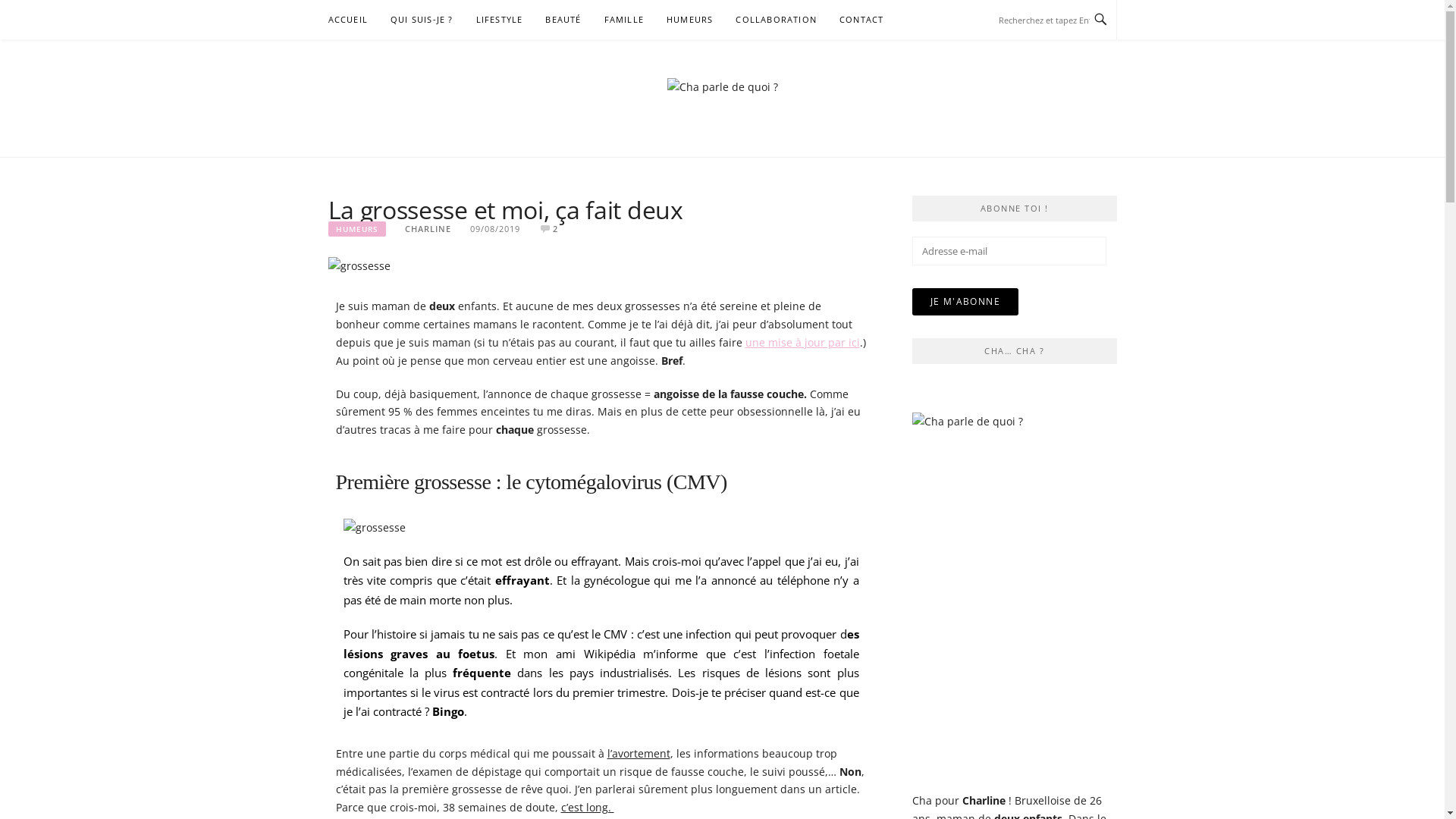 This screenshot has width=1456, height=819. Describe the element at coordinates (910, 301) in the screenshot. I see `'JE M'ABONNE'` at that location.